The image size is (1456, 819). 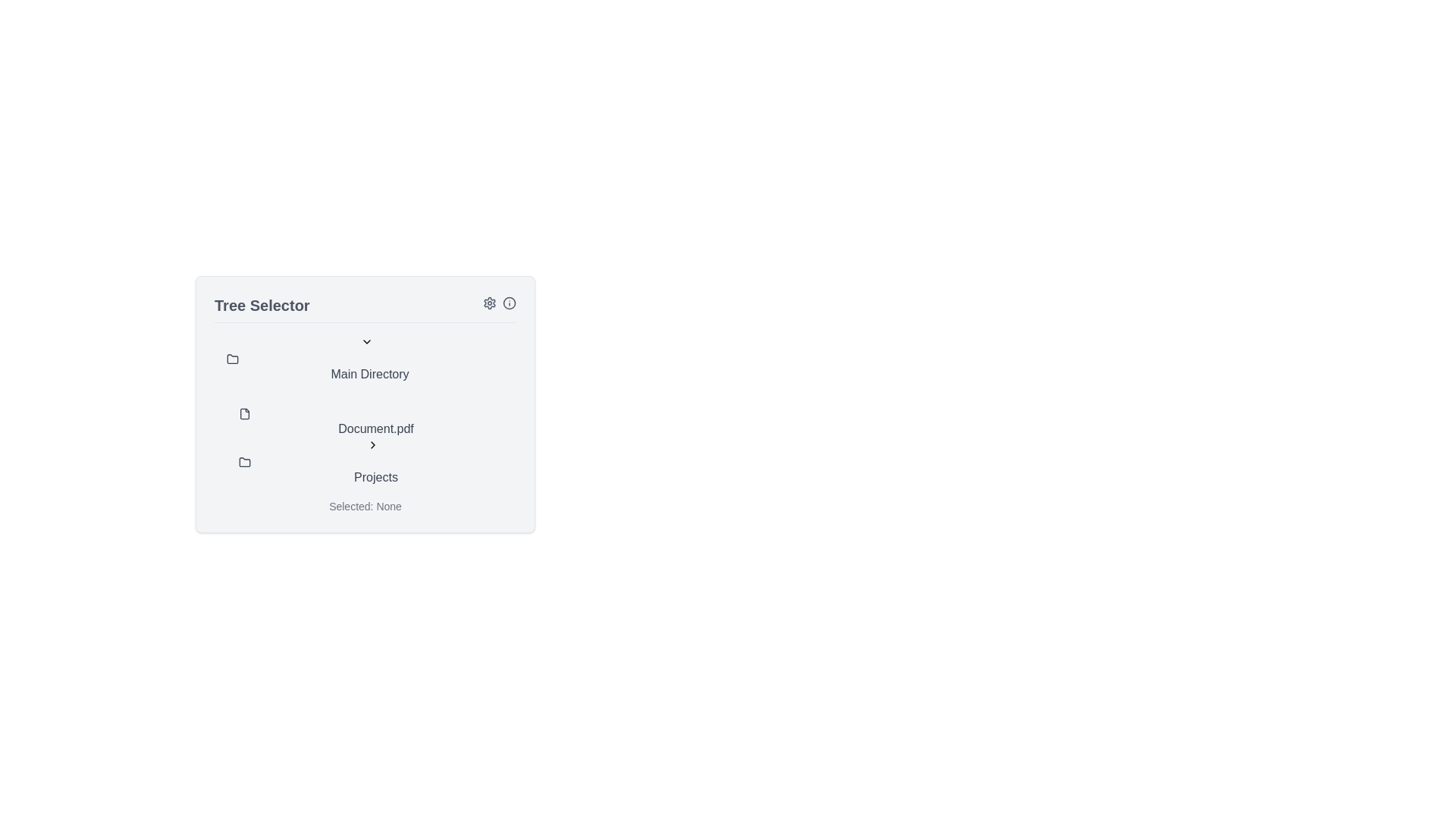 What do you see at coordinates (365, 403) in the screenshot?
I see `files or folders within the navigational tree view` at bounding box center [365, 403].